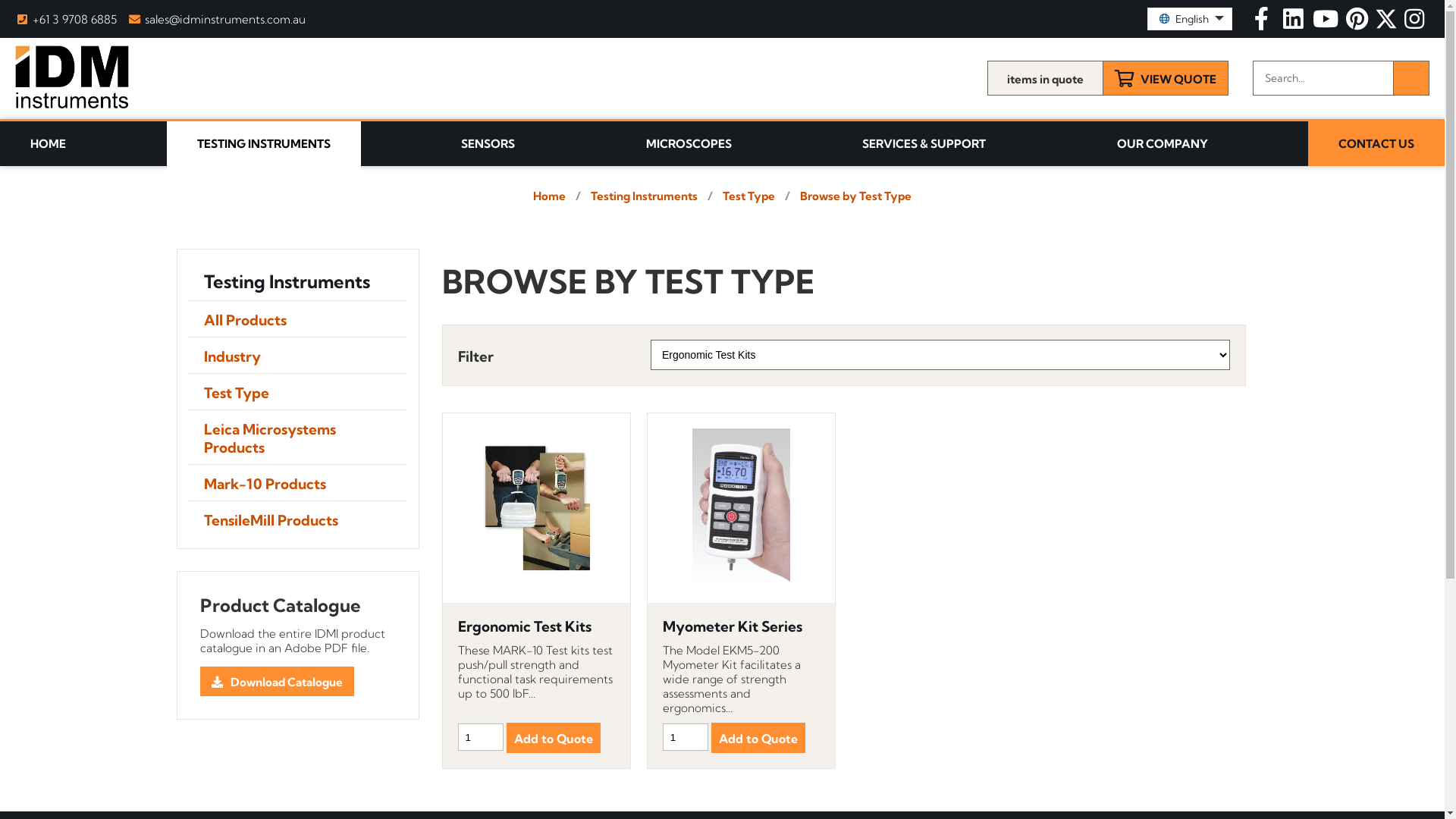 This screenshot has width=1456, height=819. What do you see at coordinates (297, 437) in the screenshot?
I see `'Leica Microsystems Products'` at bounding box center [297, 437].